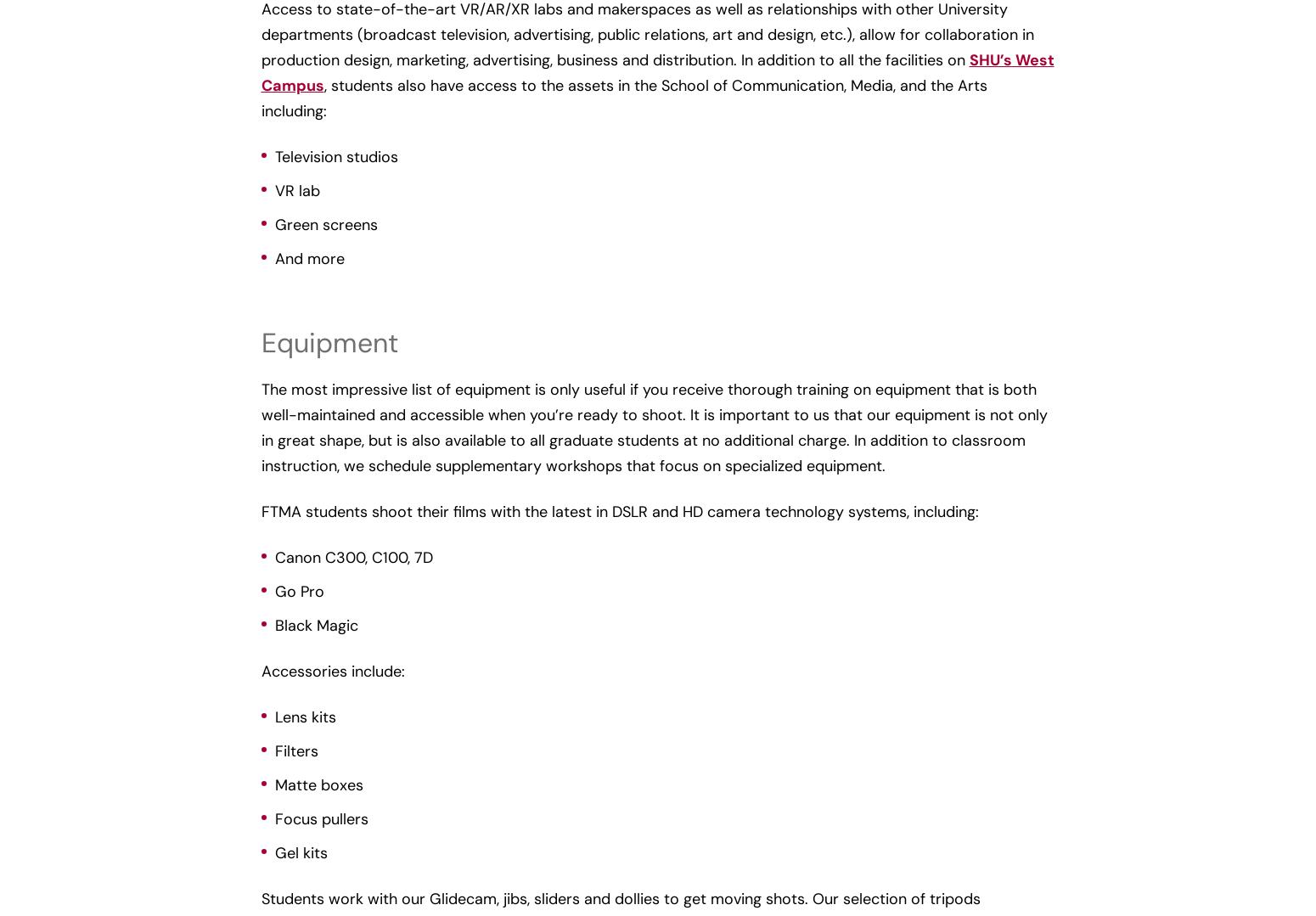 This screenshot has height=916, width=1316. What do you see at coordinates (654, 427) in the screenshot?
I see `'The most impressive list of equipment is only useful if you receive thorough training on equipment that is both well-maintained and accessible when you’re ready to shoot. It is important to us that our equipment is not only in great shape, but is also available to all graduate students at no additional charge. In addition to classroom instruction, we schedule supplementary workshops that focus on specialized equipment.'` at bounding box center [654, 427].